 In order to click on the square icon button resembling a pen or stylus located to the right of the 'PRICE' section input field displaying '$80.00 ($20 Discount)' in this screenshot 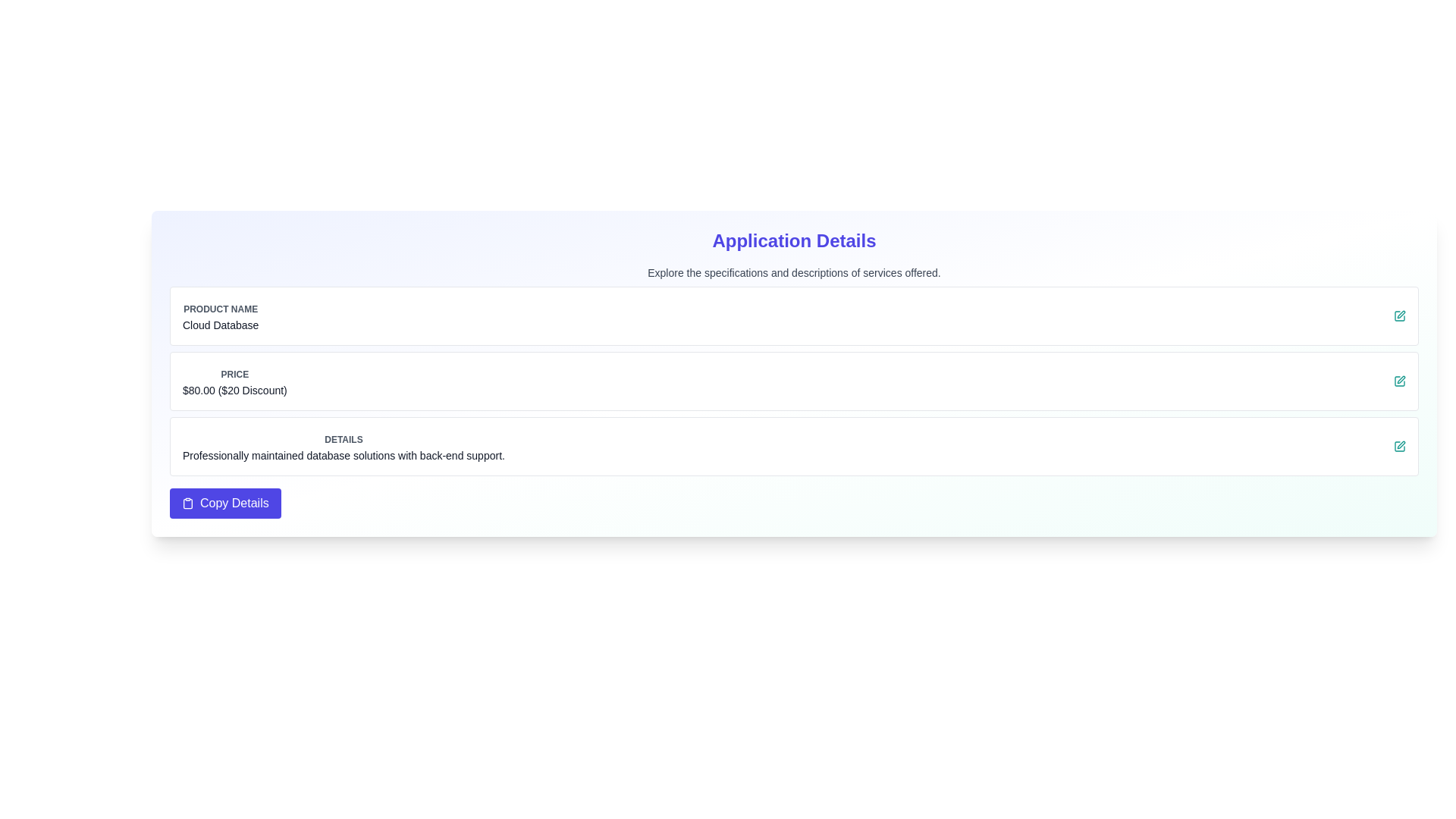, I will do `click(1399, 380)`.